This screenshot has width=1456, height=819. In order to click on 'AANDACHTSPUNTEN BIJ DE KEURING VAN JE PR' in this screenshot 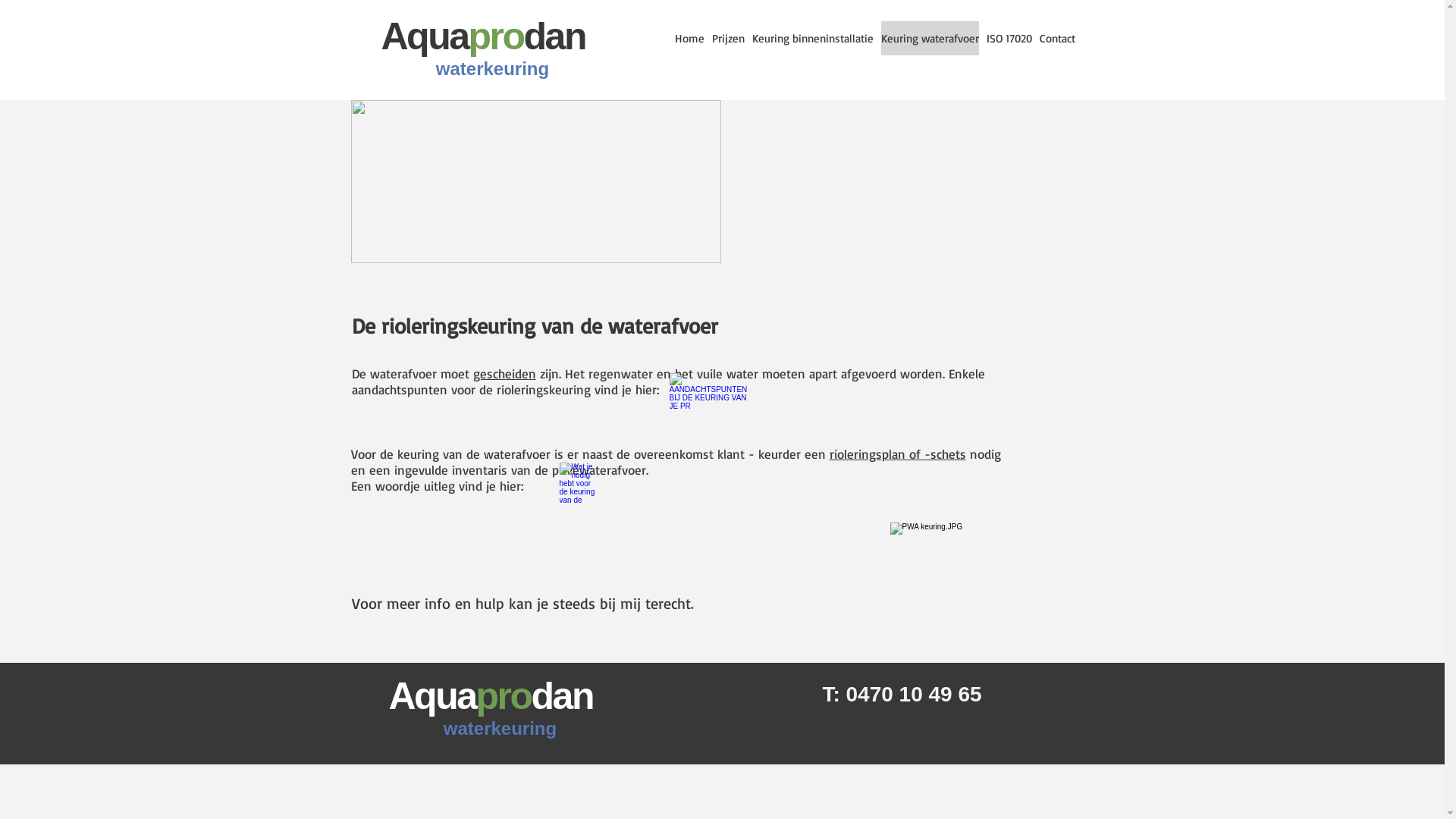, I will do `click(690, 412)`.